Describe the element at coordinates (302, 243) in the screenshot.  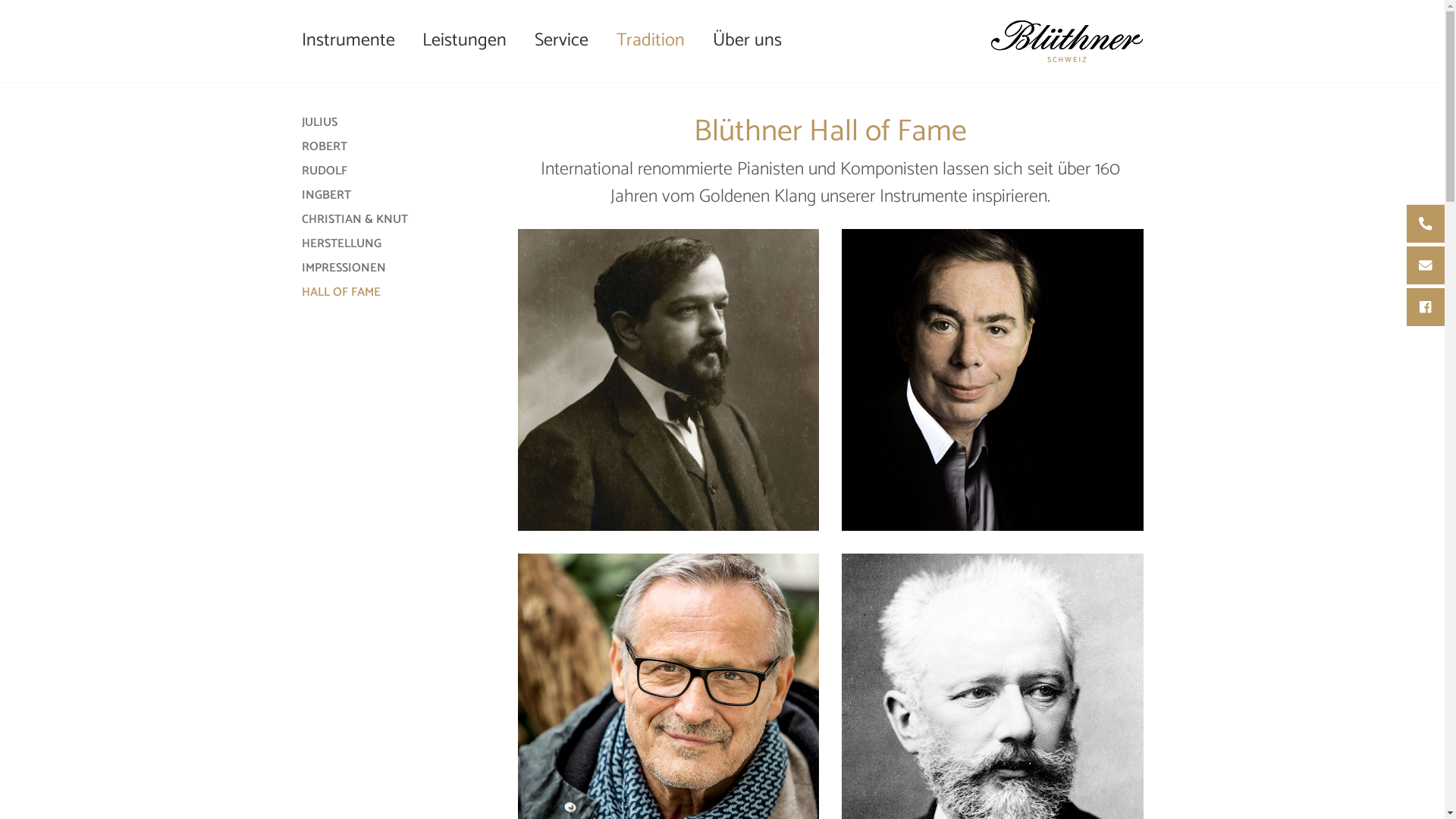
I see `'HERSTELLUNG'` at that location.